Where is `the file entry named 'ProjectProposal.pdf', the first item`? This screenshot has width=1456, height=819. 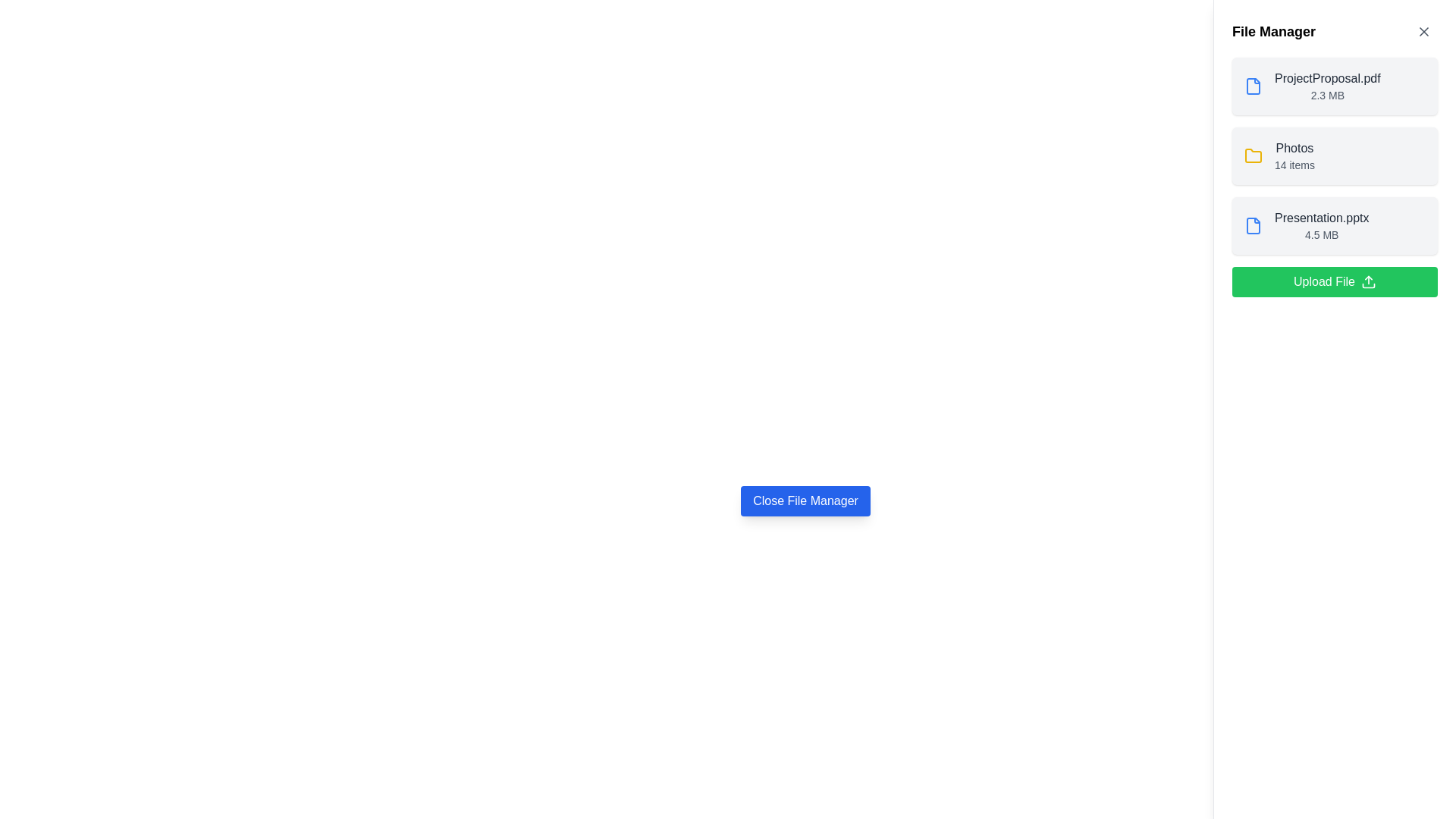 the file entry named 'ProjectProposal.pdf', the first item is located at coordinates (1326, 86).